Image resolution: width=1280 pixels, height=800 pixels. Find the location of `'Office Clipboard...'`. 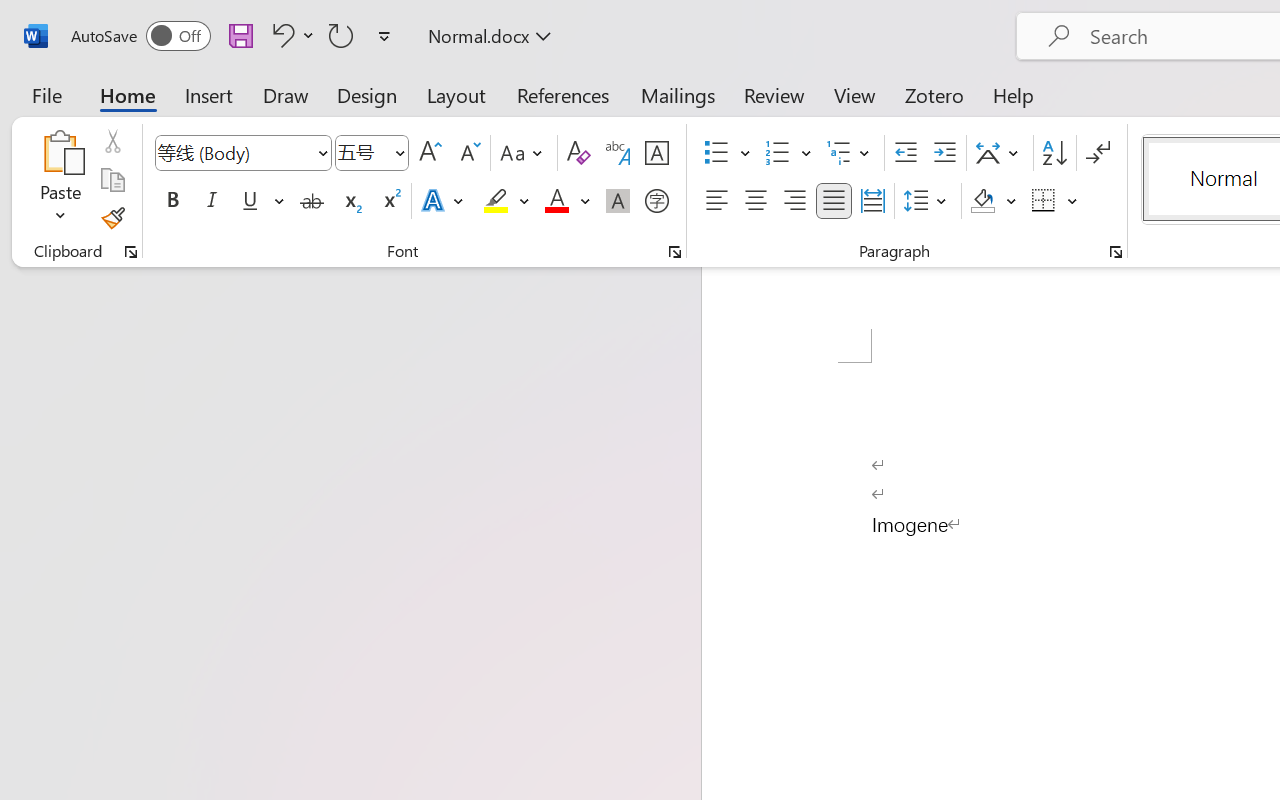

'Office Clipboard...' is located at coordinates (130, 251).